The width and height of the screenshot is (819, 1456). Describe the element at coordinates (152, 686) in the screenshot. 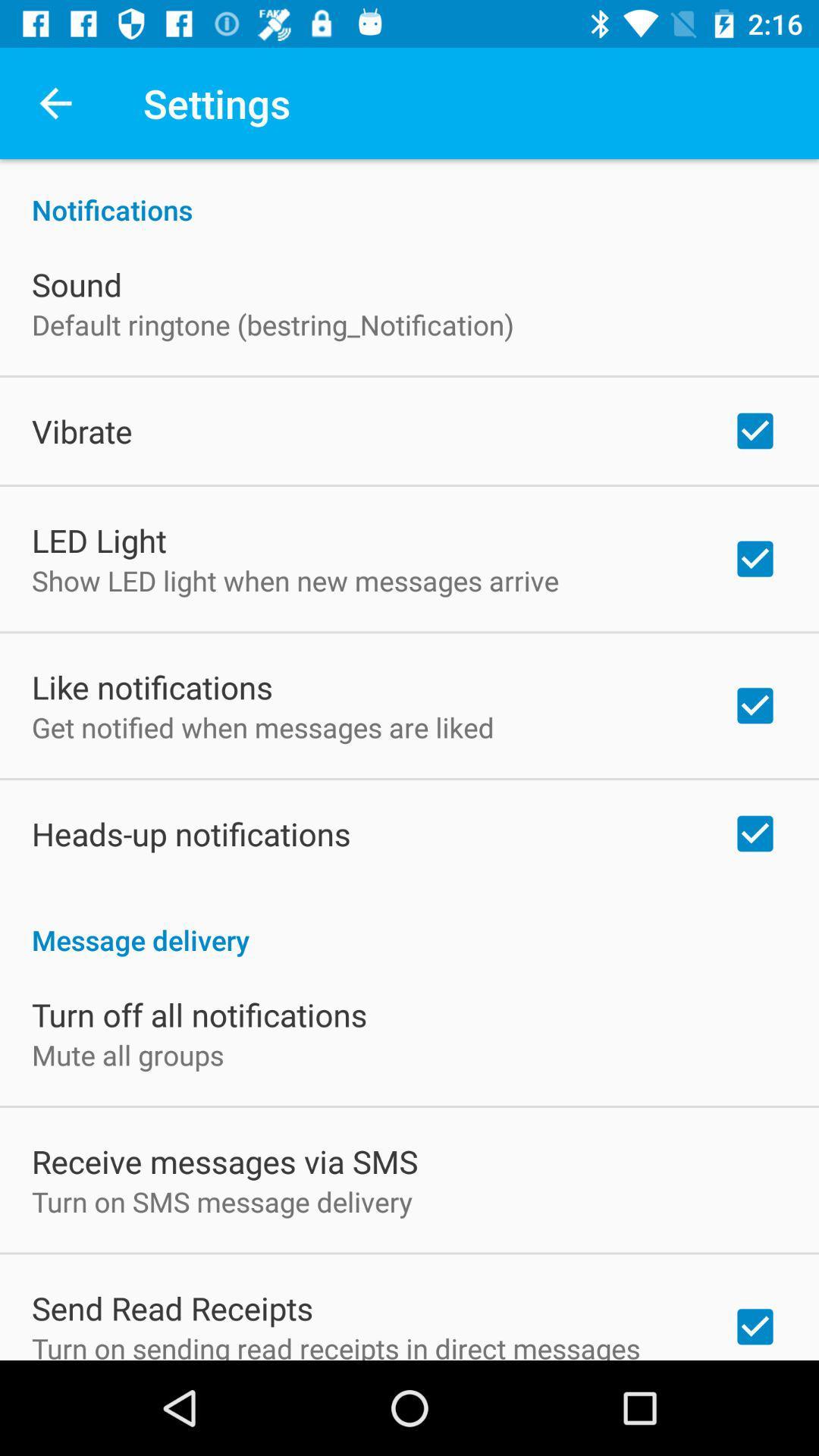

I see `icon above the get notified when` at that location.